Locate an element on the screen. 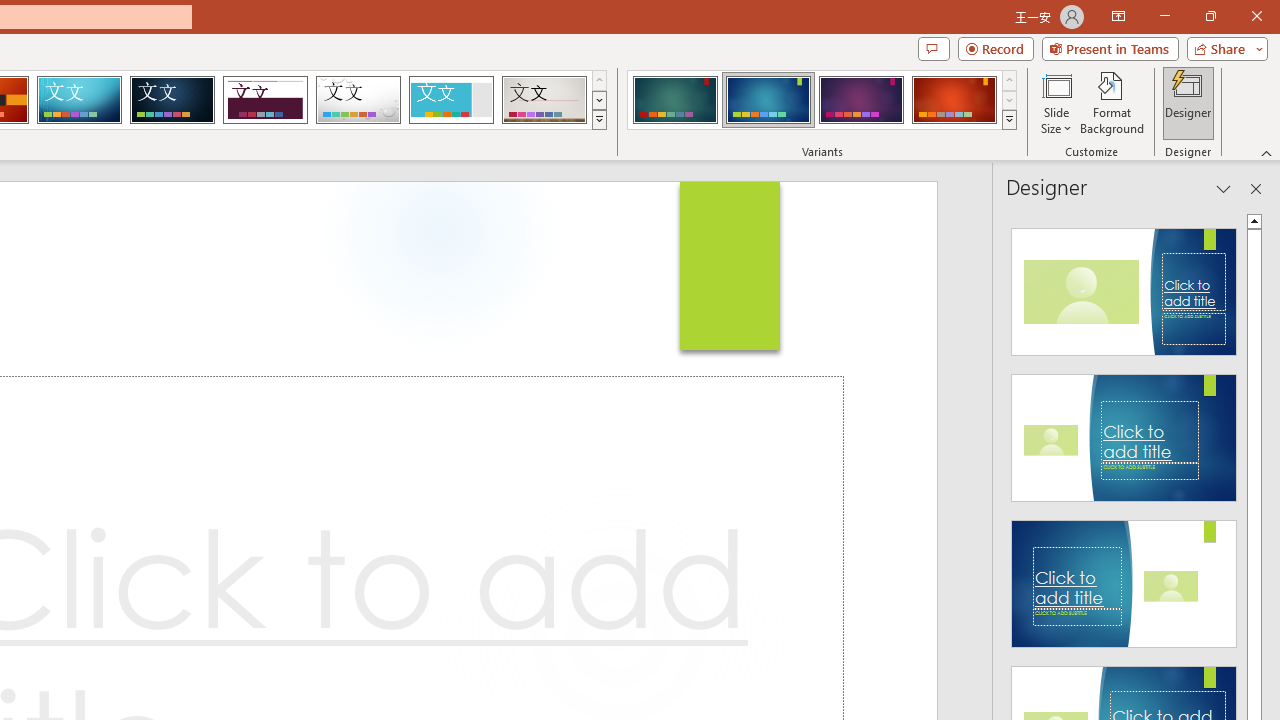 This screenshot has width=1280, height=720. 'Row up' is located at coordinates (1009, 79).